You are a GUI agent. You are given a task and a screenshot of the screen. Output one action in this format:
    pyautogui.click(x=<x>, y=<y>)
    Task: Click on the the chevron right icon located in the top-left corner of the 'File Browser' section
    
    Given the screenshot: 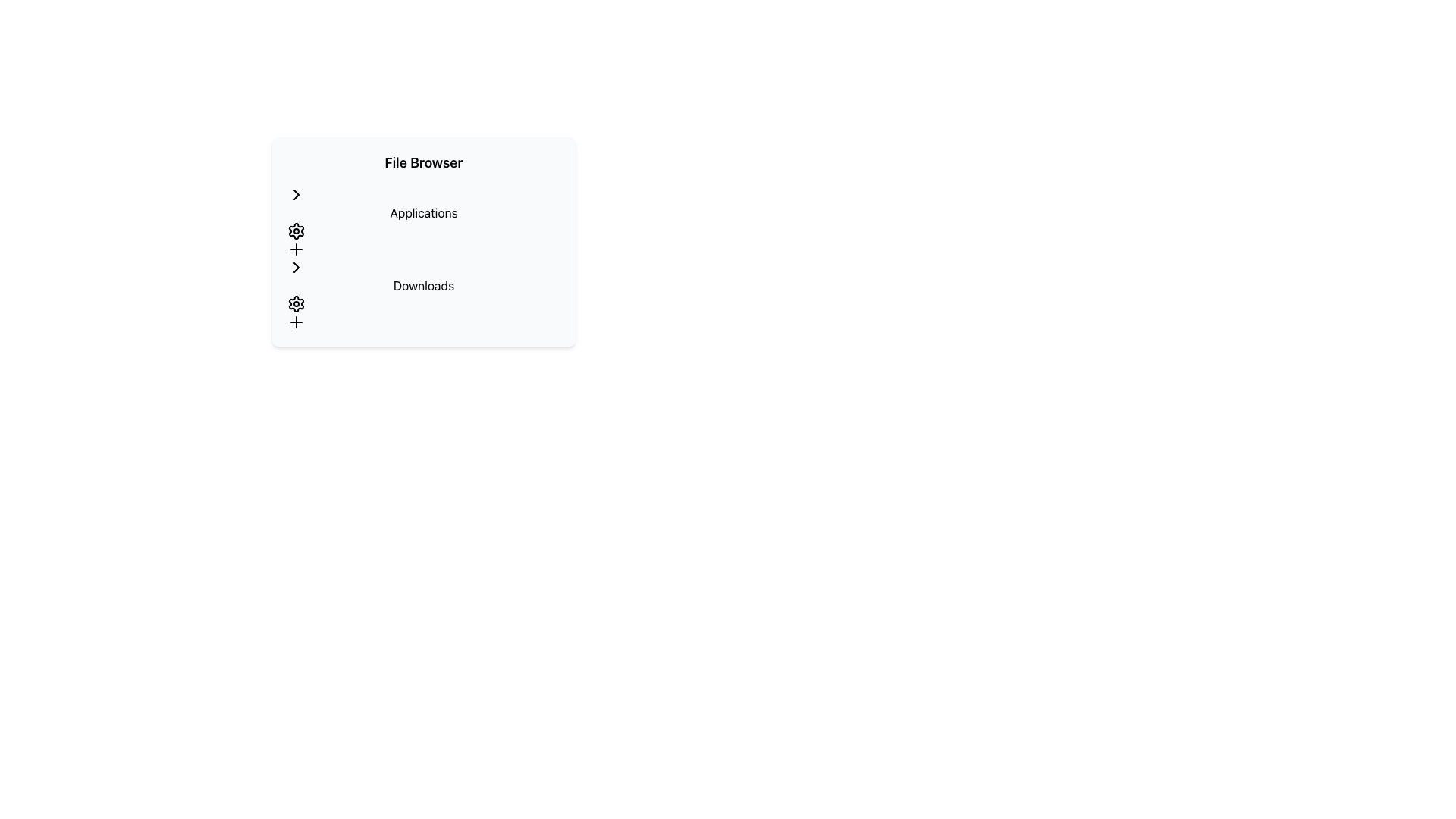 What is the action you would take?
    pyautogui.click(x=296, y=267)
    